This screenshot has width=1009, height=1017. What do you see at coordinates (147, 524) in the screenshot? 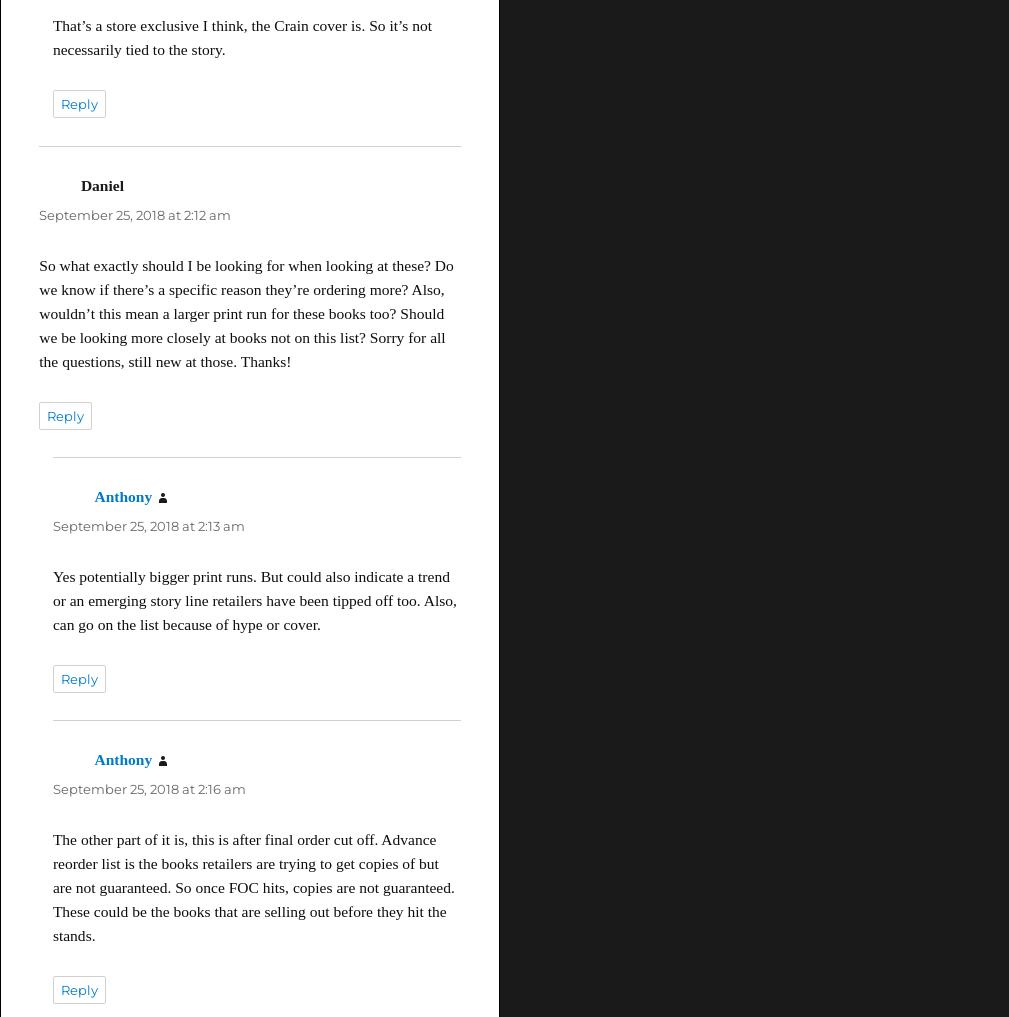
I see `'September 25, 2018 at 2:13 am'` at bounding box center [147, 524].